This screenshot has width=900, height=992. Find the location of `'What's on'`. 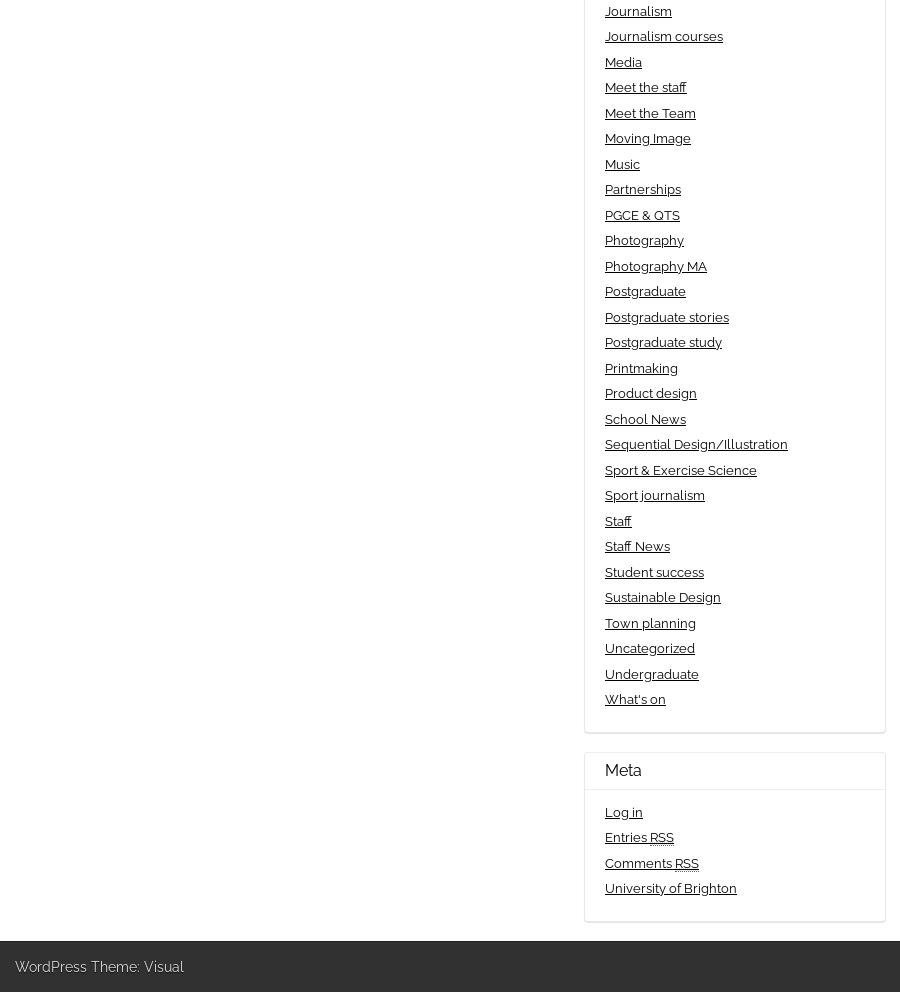

'What's on' is located at coordinates (635, 698).